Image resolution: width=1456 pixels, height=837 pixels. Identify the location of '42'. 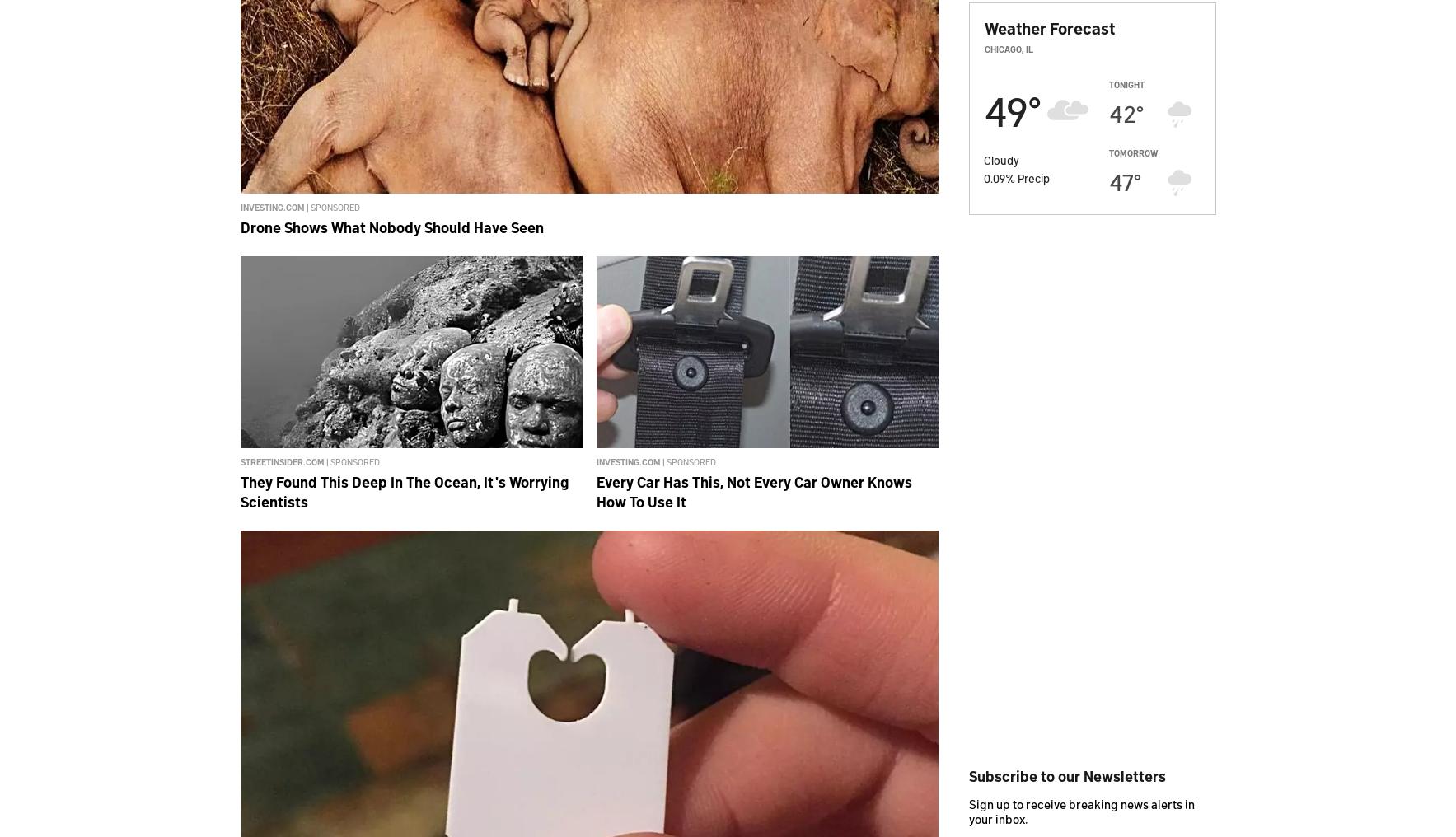
(1121, 111).